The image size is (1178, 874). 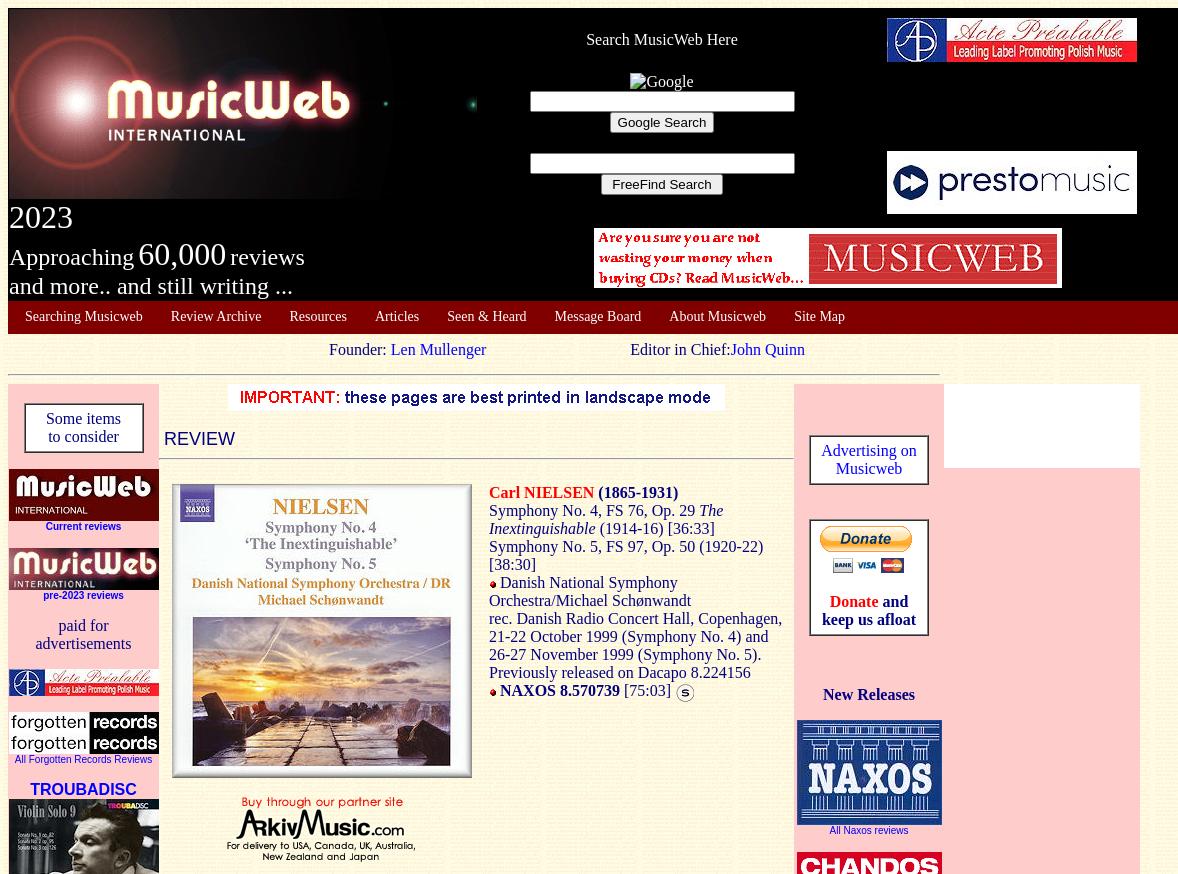 I want to click on 'Monthly 
                index', so click(x=64, y=341).